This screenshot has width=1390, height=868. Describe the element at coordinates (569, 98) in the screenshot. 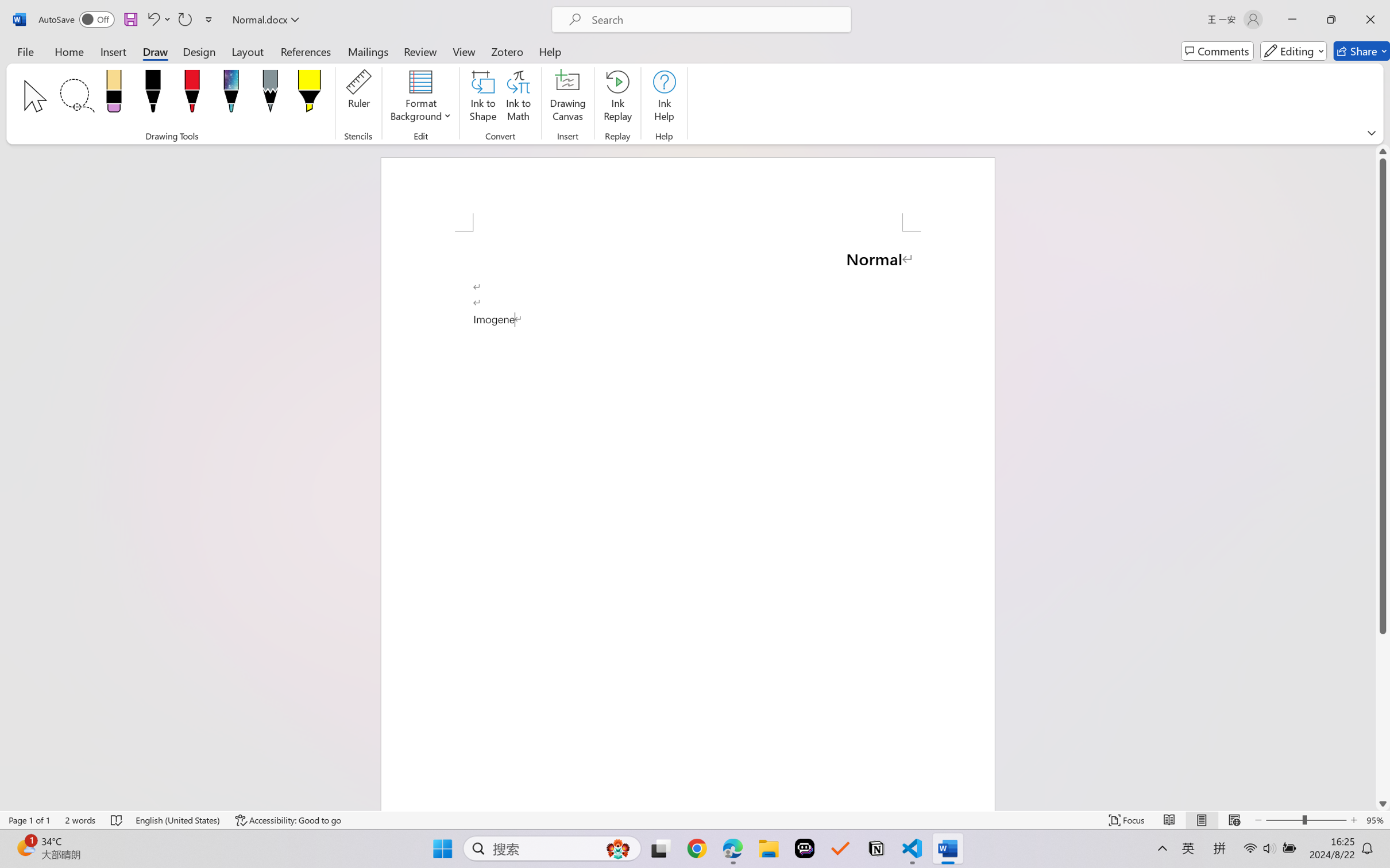

I see `'Drawing Canvas'` at that location.